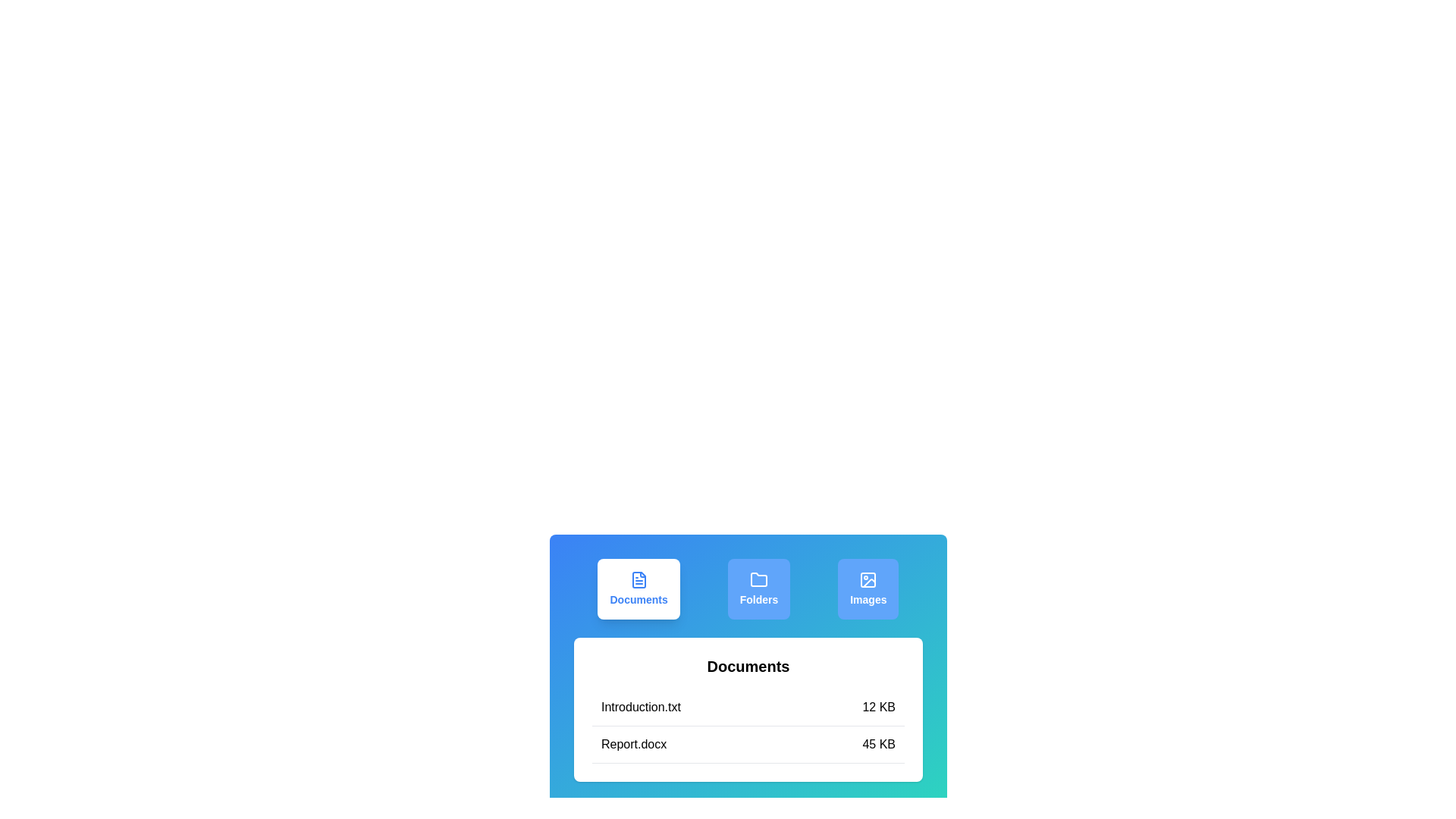 The image size is (1456, 819). Describe the element at coordinates (748, 588) in the screenshot. I see `the 'Folders' button in the horizontal menu` at that location.